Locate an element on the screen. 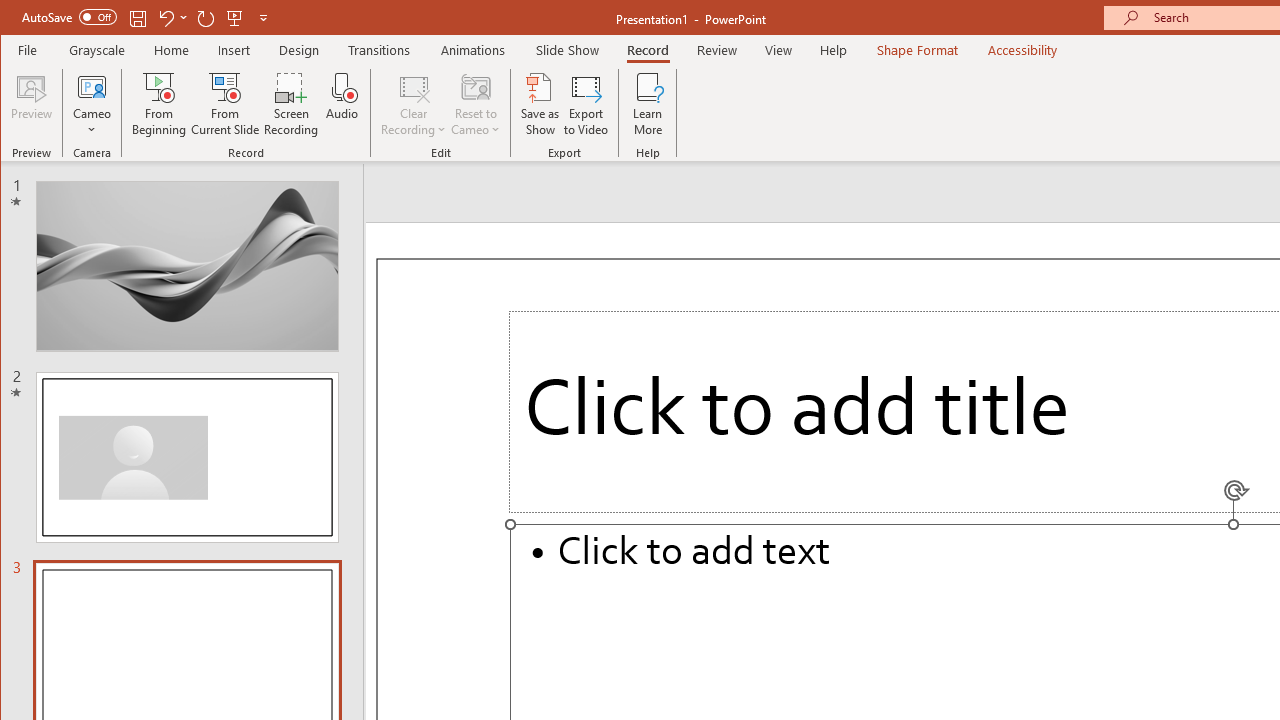 Image resolution: width=1280 pixels, height=720 pixels. 'File Tab' is located at coordinates (28, 49).